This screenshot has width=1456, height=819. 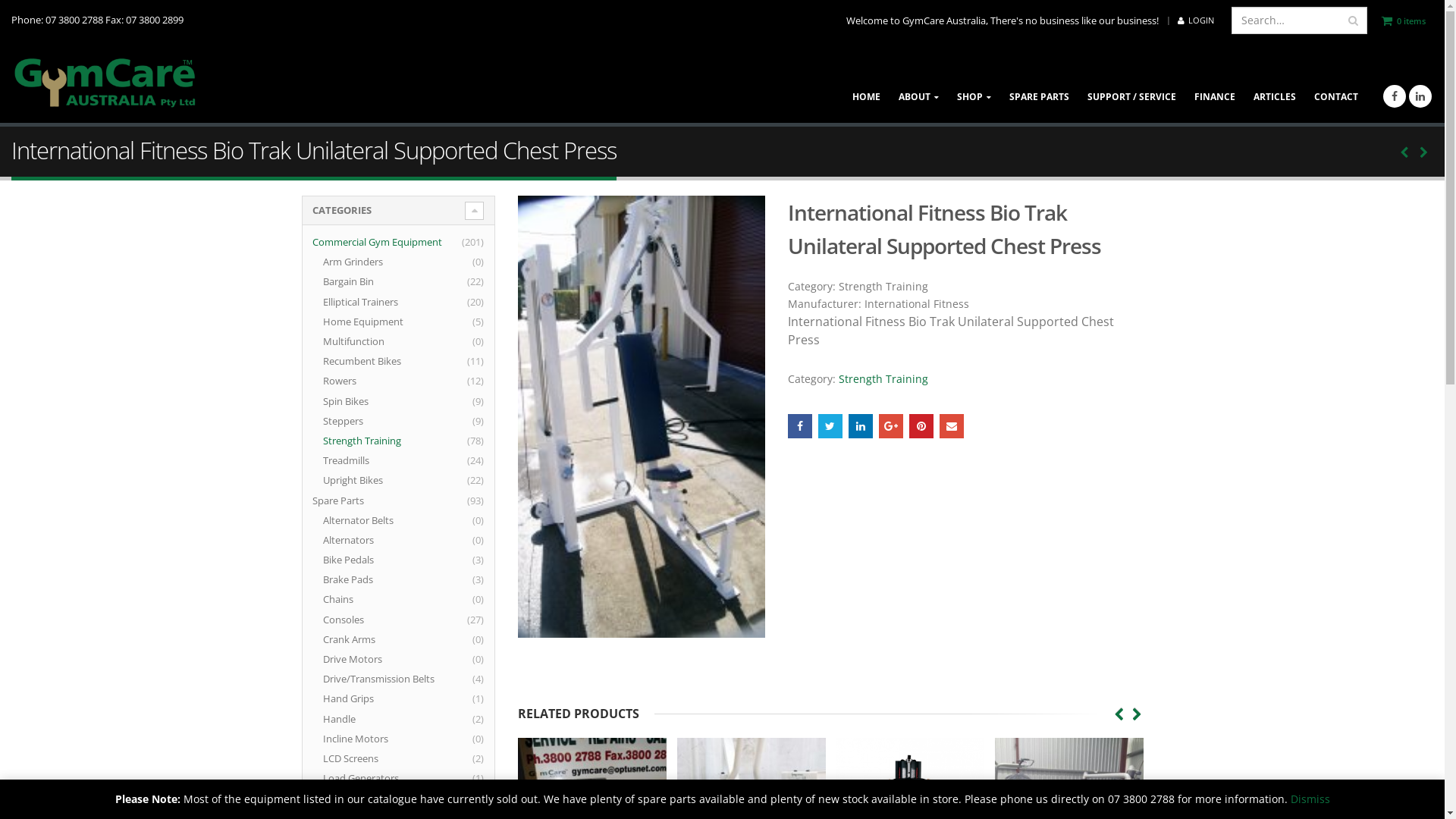 I want to click on 'Arm Grinders', so click(x=362, y=260).